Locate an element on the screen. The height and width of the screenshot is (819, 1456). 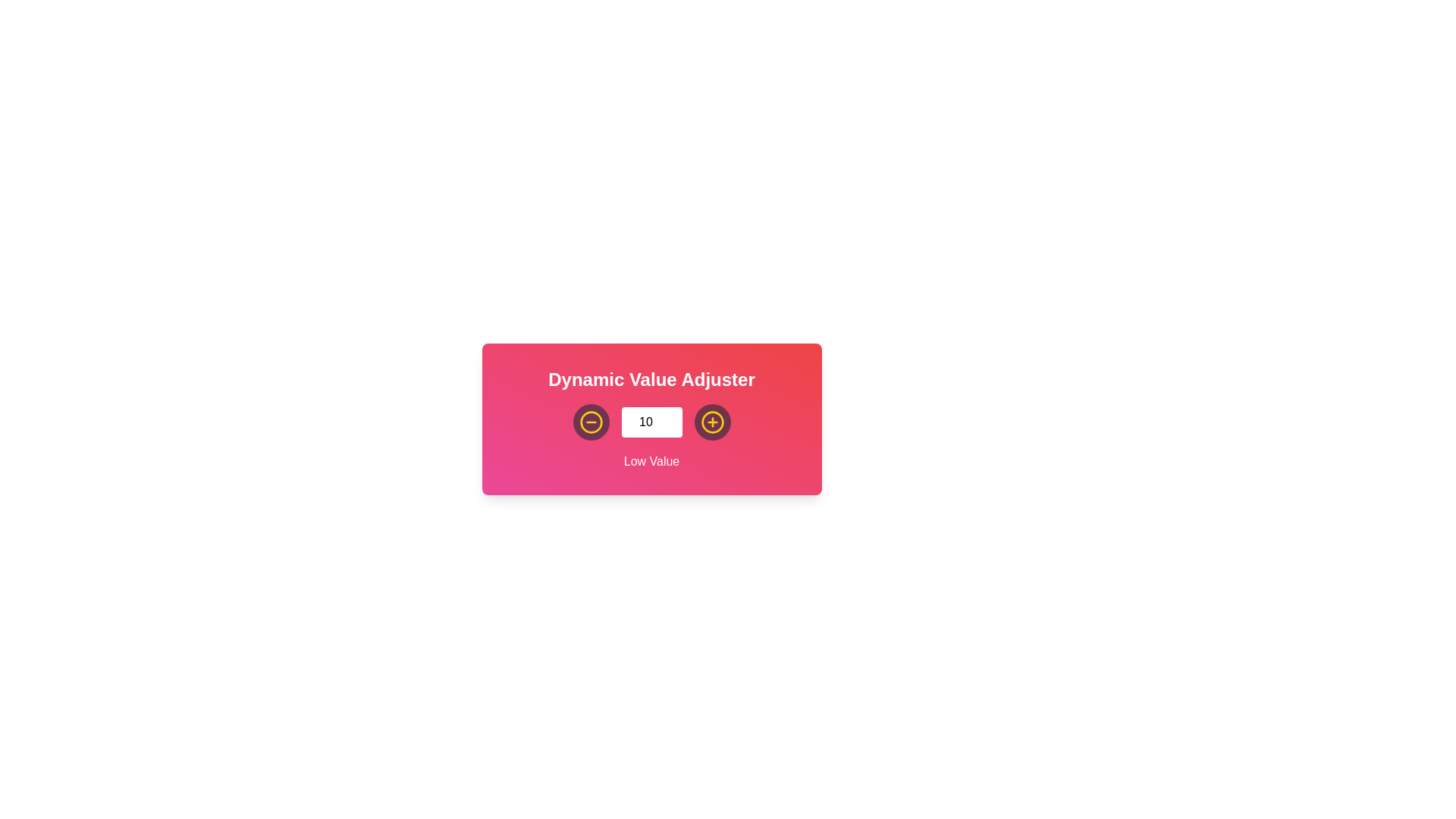
the circular button with a yellow border and a yellow minus symbol at its center to decrease the value is located at coordinates (590, 422).